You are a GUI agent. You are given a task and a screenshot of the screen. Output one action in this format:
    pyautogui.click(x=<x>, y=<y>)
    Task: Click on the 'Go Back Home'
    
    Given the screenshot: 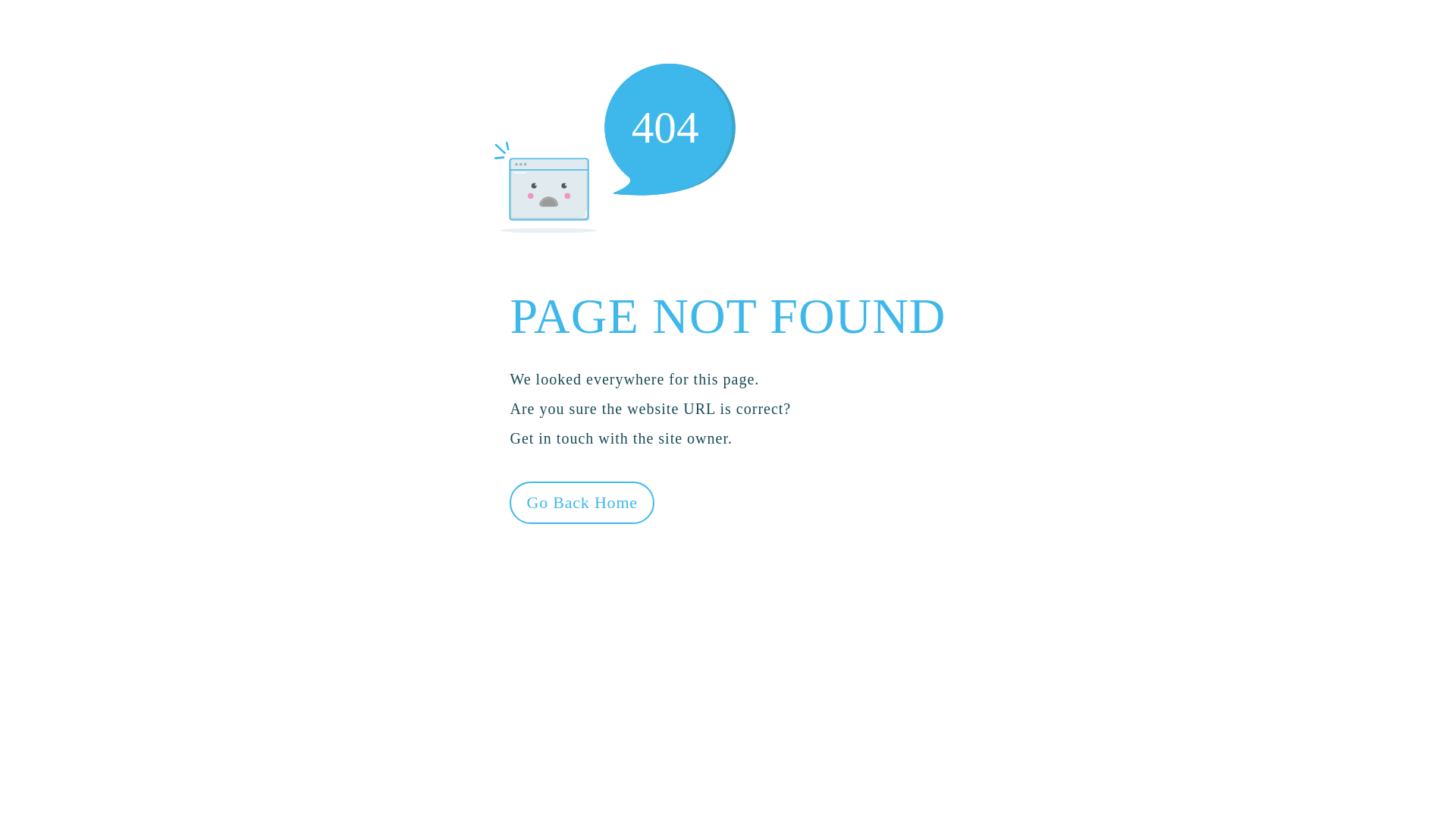 What is the action you would take?
    pyautogui.click(x=581, y=503)
    